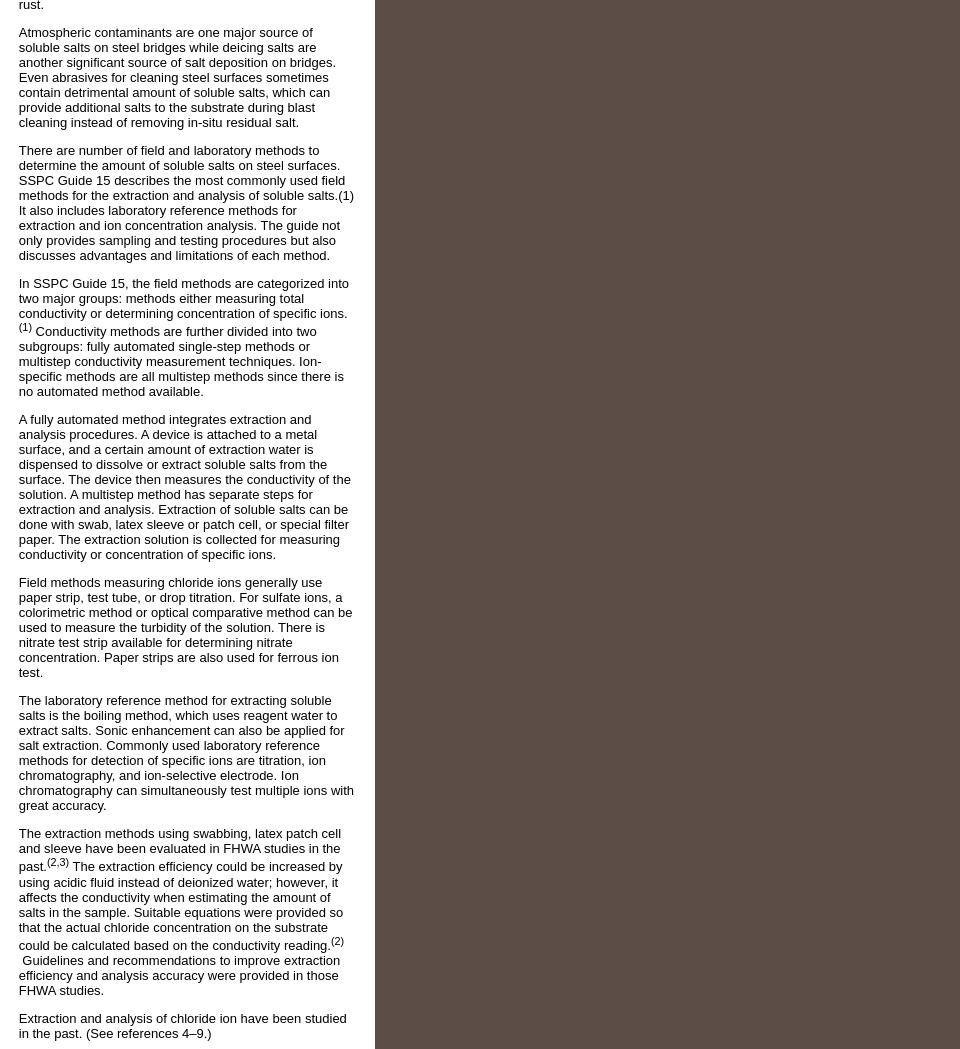 The image size is (960, 1049). I want to click on '(1)', so click(23, 325).